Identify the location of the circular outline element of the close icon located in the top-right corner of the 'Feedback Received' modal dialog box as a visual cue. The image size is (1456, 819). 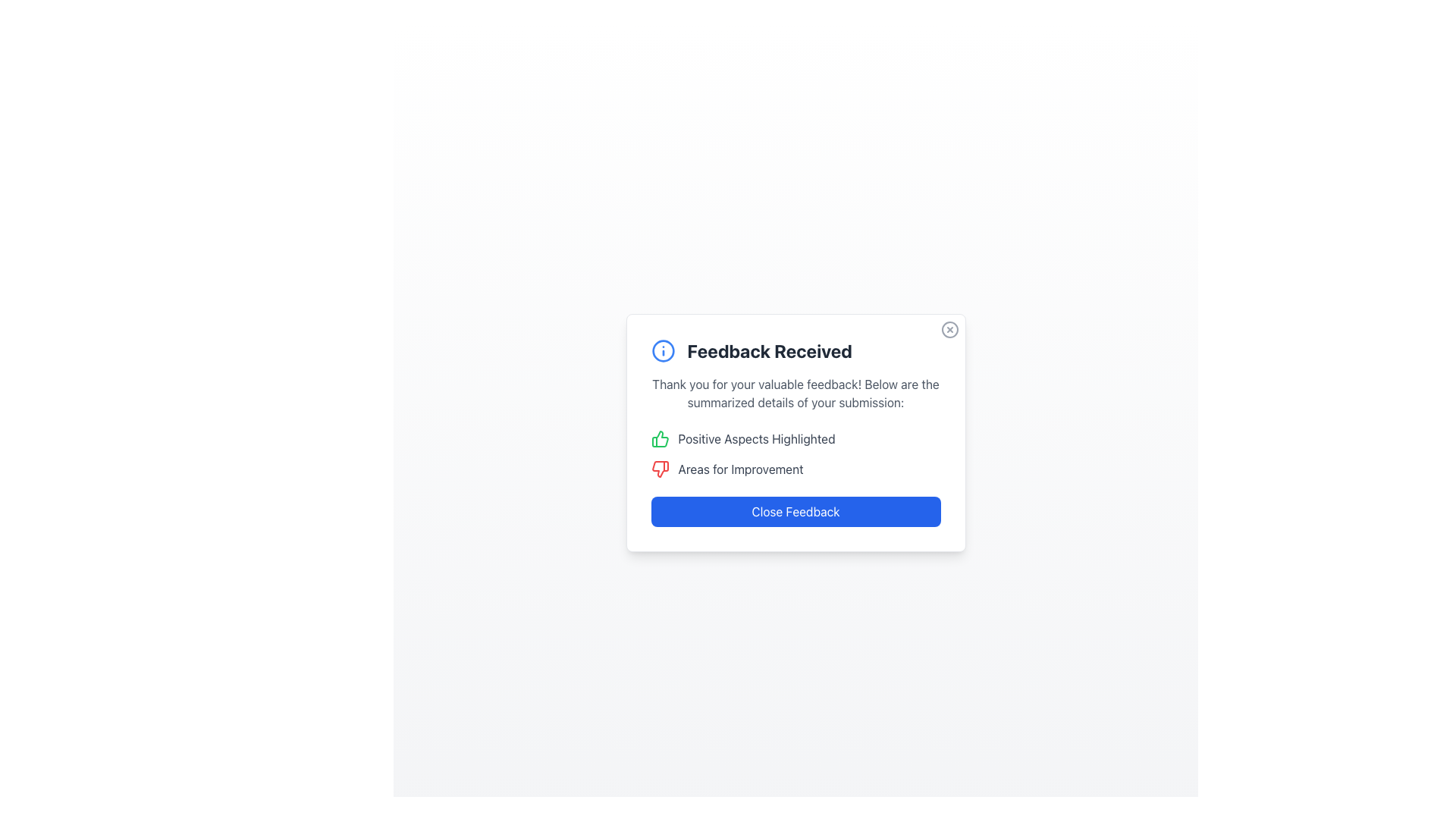
(949, 329).